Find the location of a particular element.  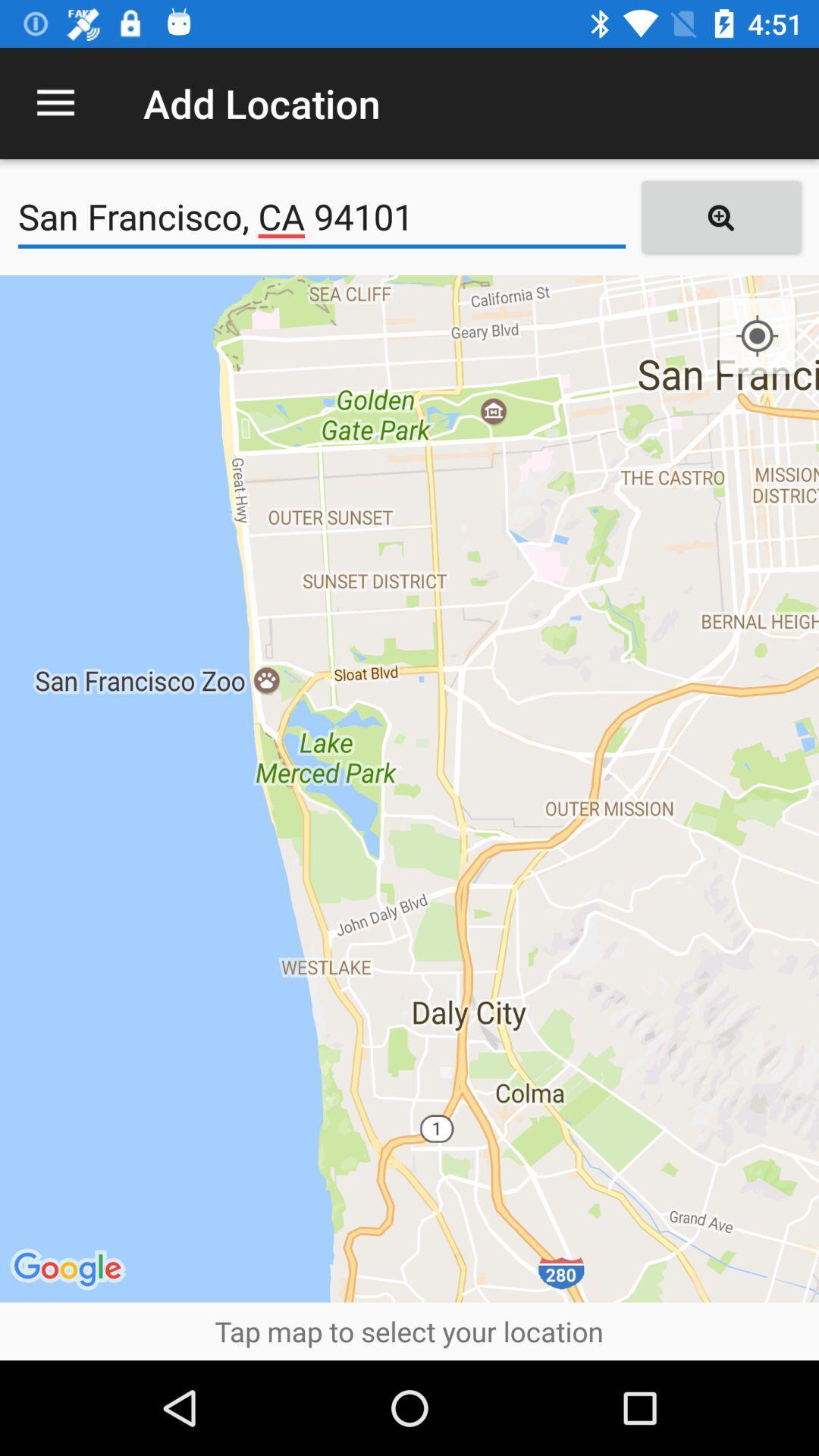

icon next to add location item is located at coordinates (55, 102).